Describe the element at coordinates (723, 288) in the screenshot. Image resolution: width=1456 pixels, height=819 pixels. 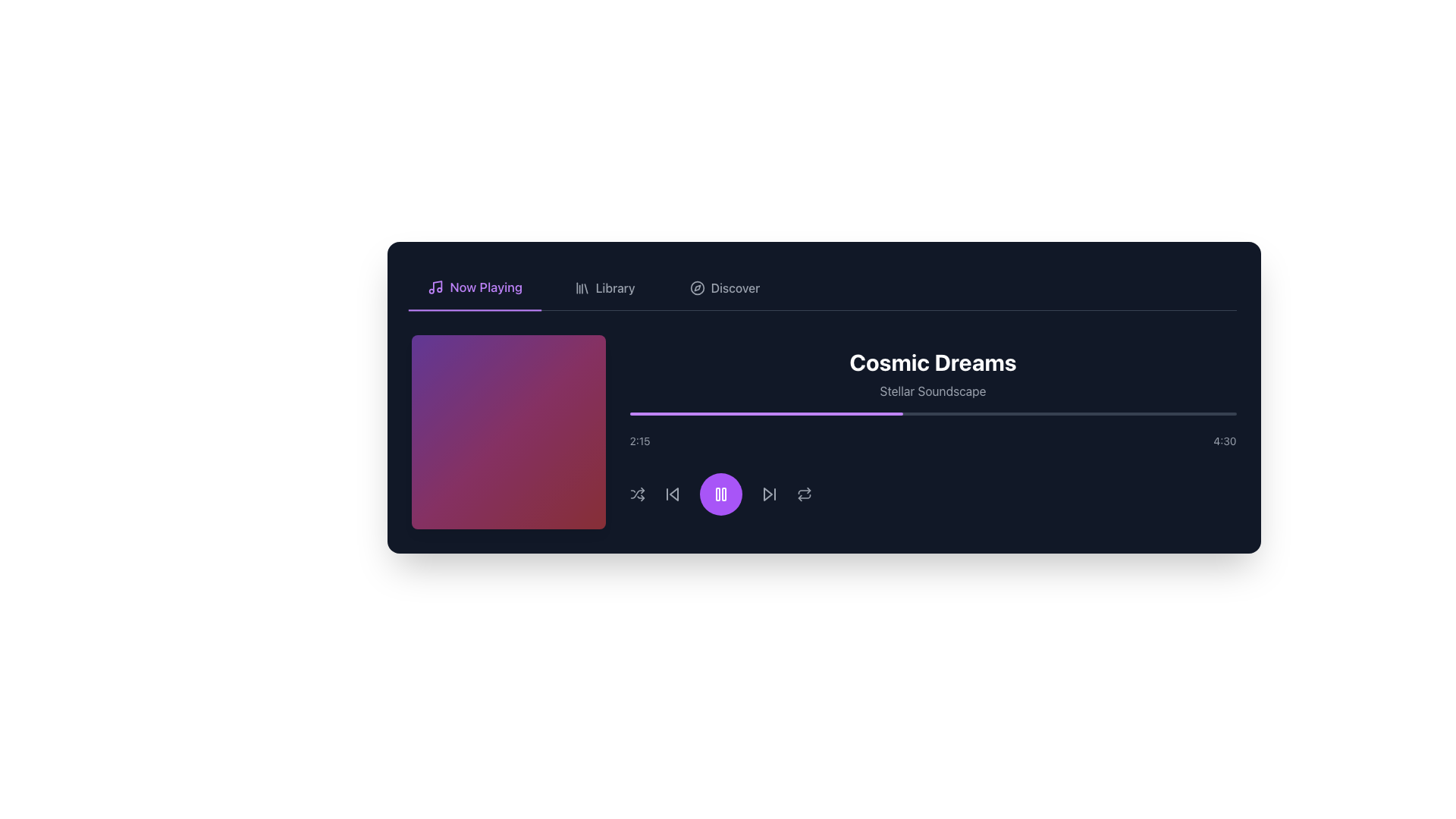
I see `the 'Discover' button, which is a text label with a compass icon, located as the third item from the left in the horizontal navigation bar` at that location.